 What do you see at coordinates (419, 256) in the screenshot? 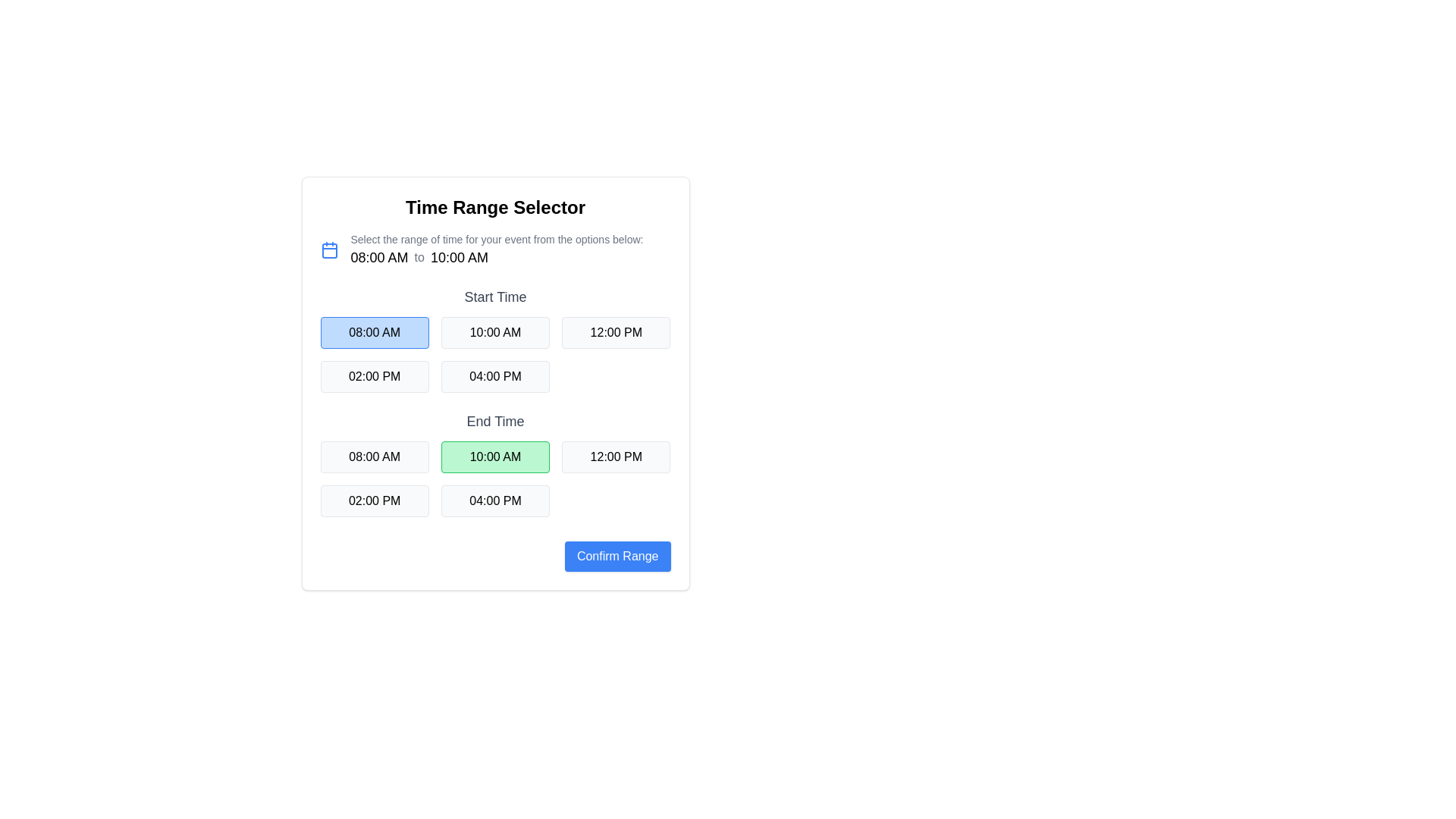
I see `the Label displaying the text 'to', which is styled in gray color and positioned between the time strings '08:00 AM' and '10:00 AM'` at bounding box center [419, 256].